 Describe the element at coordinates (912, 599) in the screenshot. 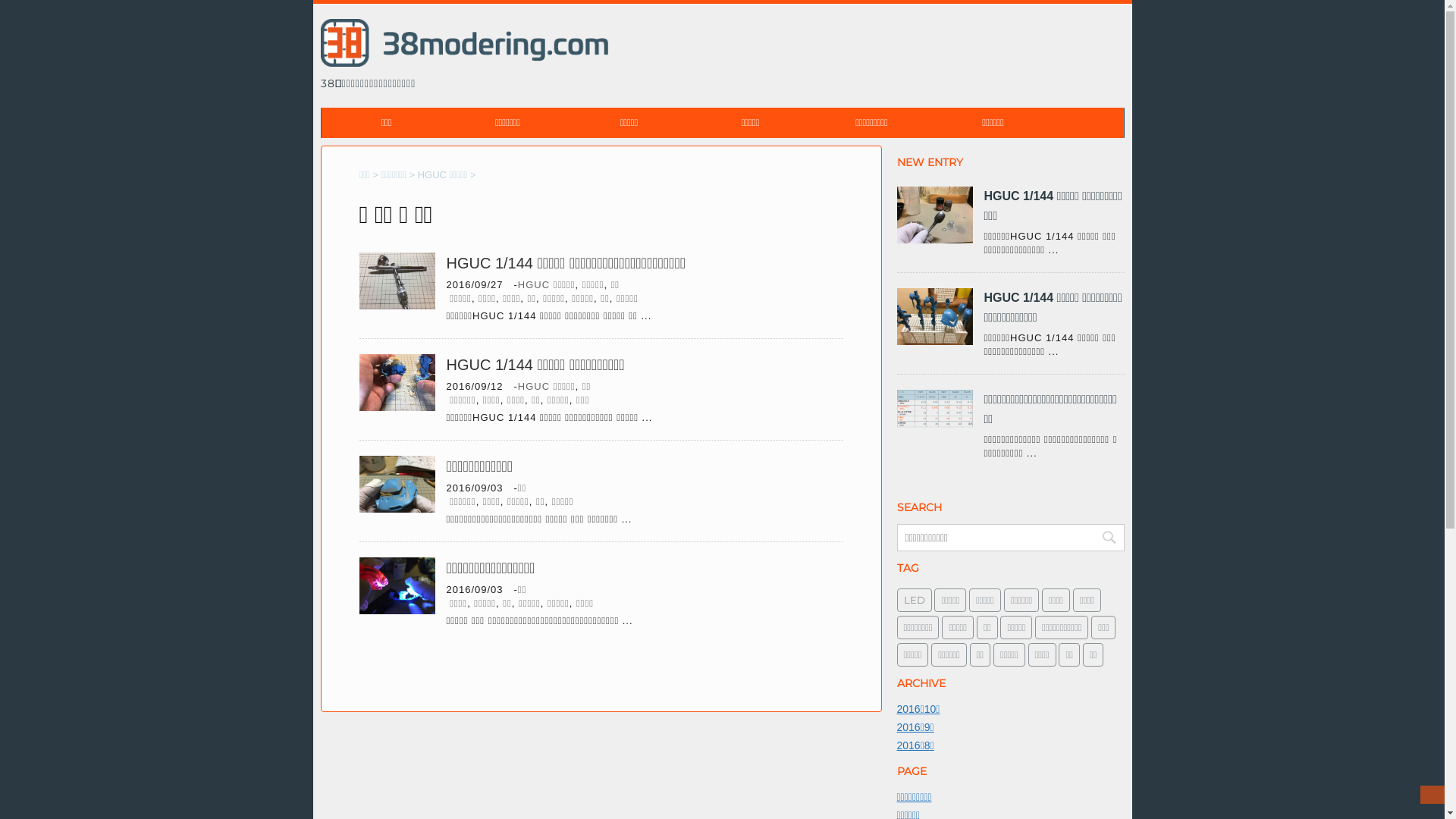

I see `'LED'` at that location.